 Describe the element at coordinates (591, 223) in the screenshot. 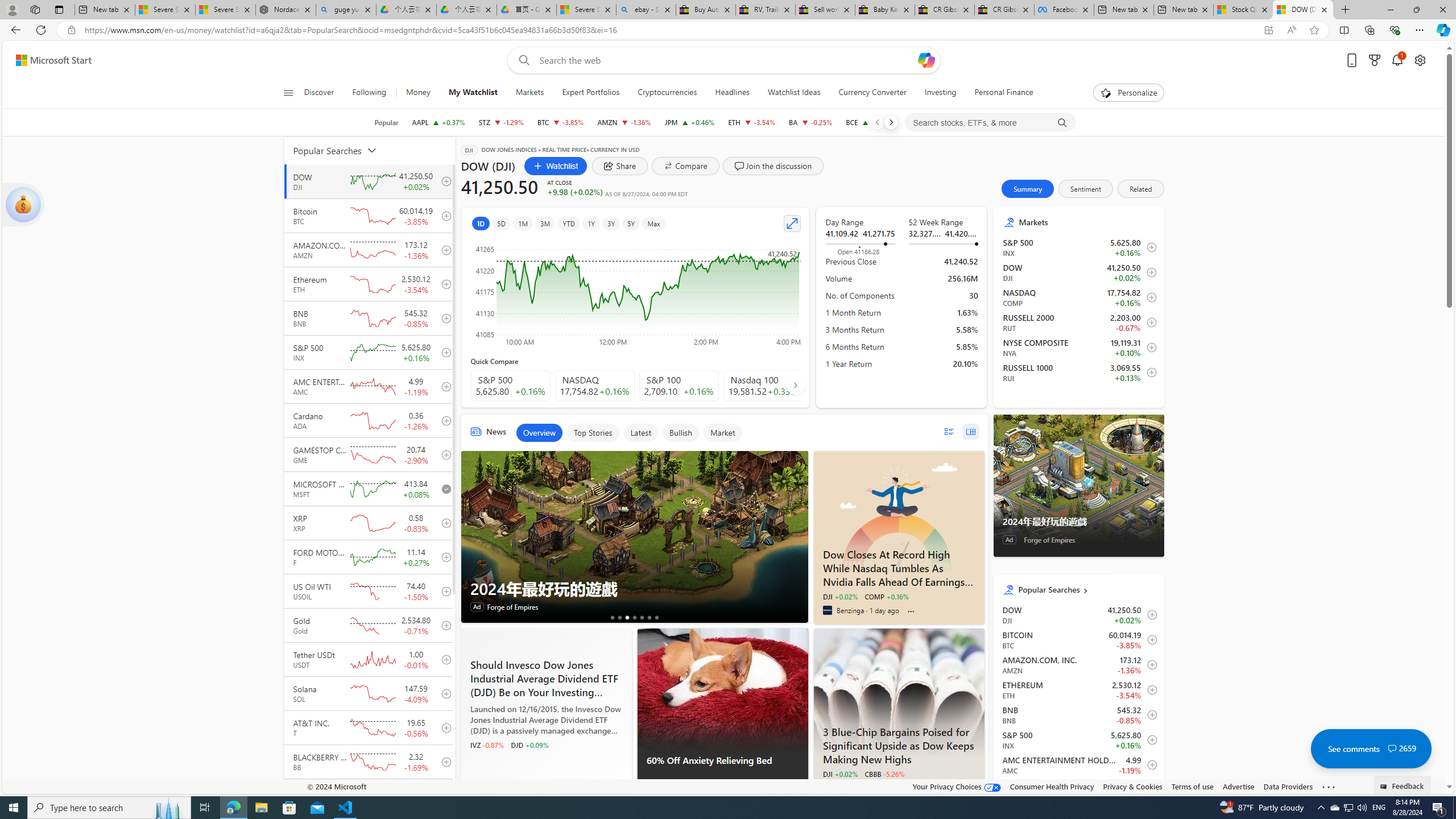

I see `'1Y'` at that location.